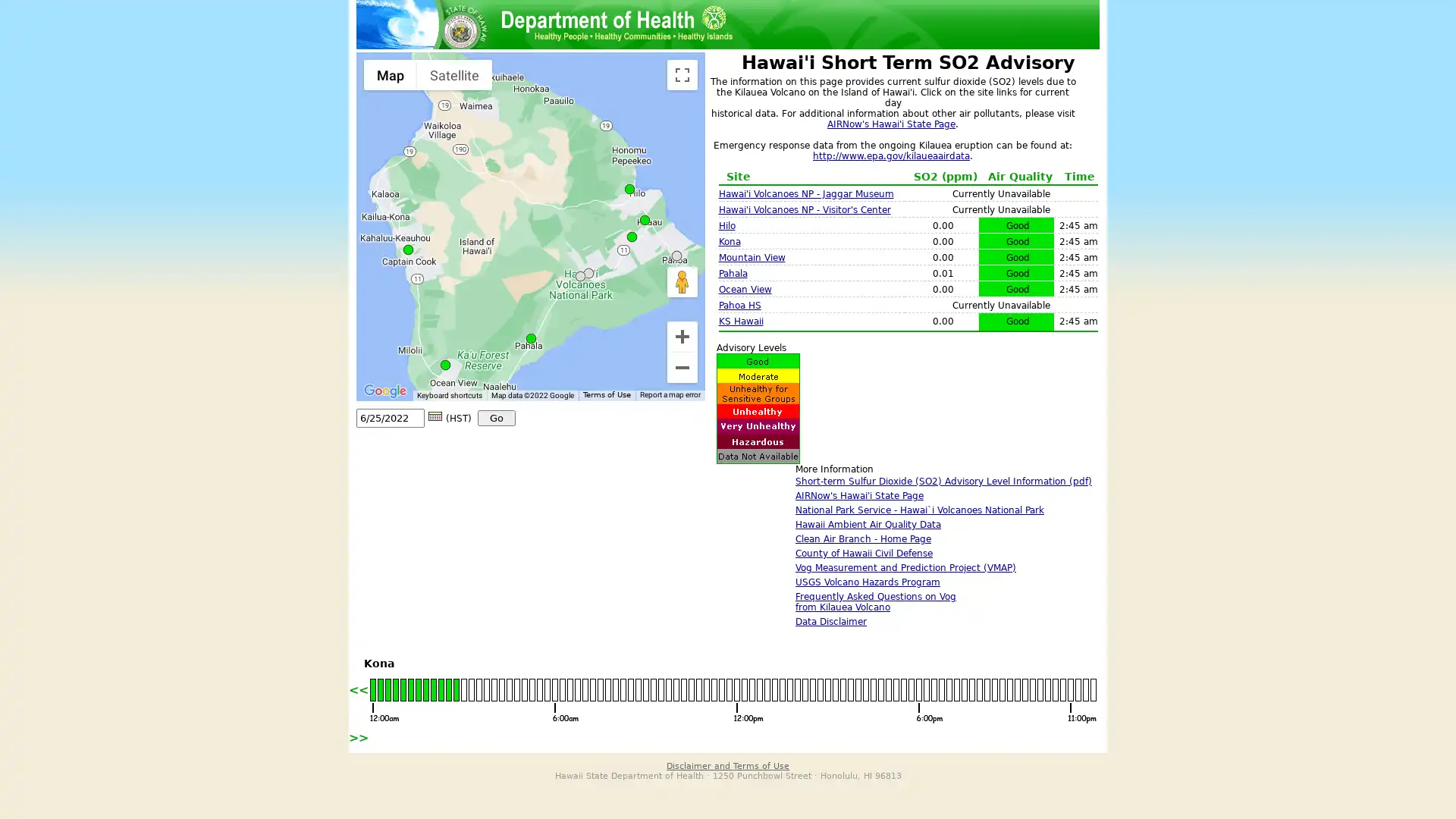 The width and height of the screenshot is (1456, 819). Describe the element at coordinates (629, 188) in the screenshot. I see `Hilo: SO2 0.00 ppm (Good) on 06/25 at 02:45 am` at that location.